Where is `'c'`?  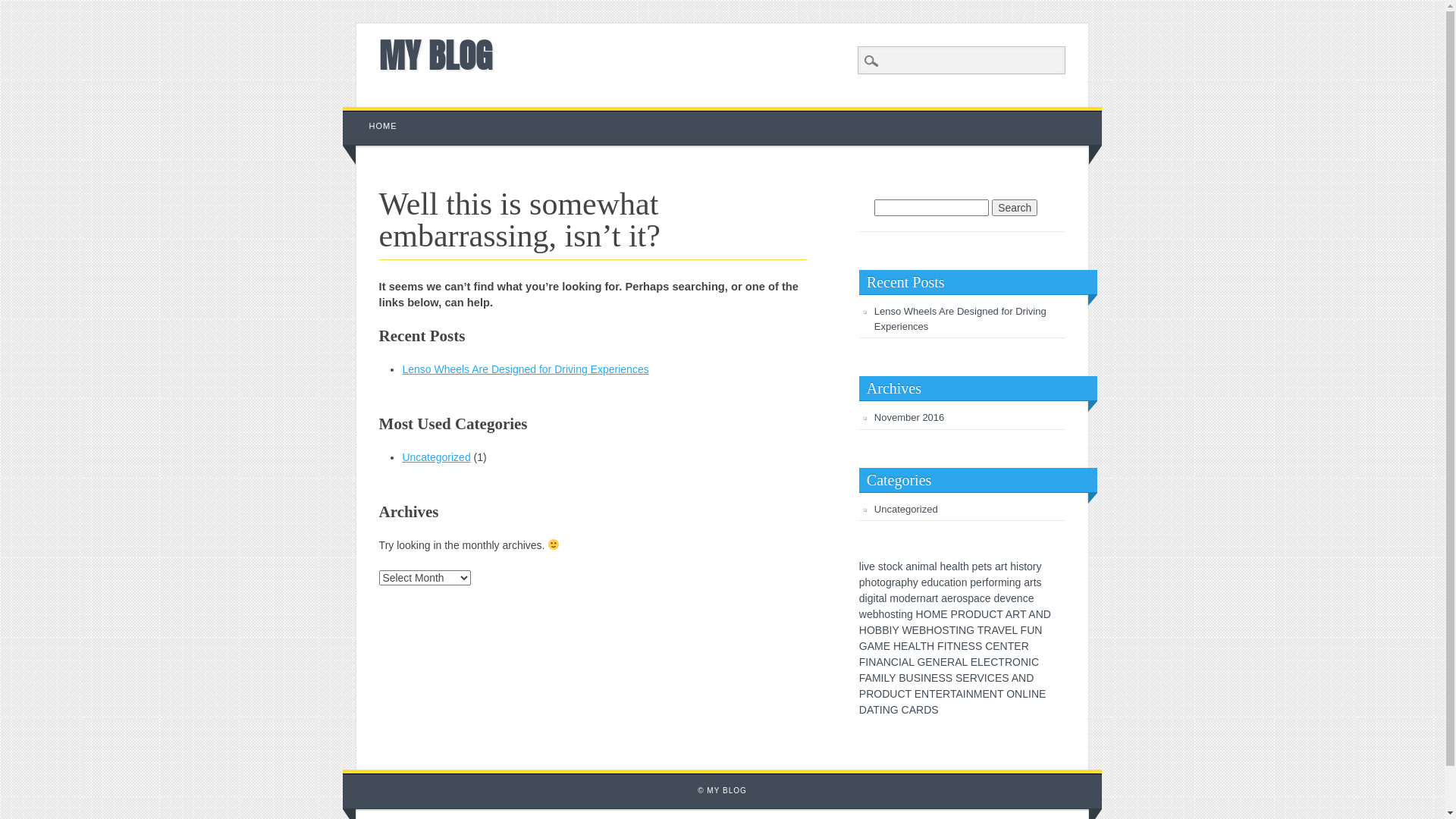 'c' is located at coordinates (894, 566).